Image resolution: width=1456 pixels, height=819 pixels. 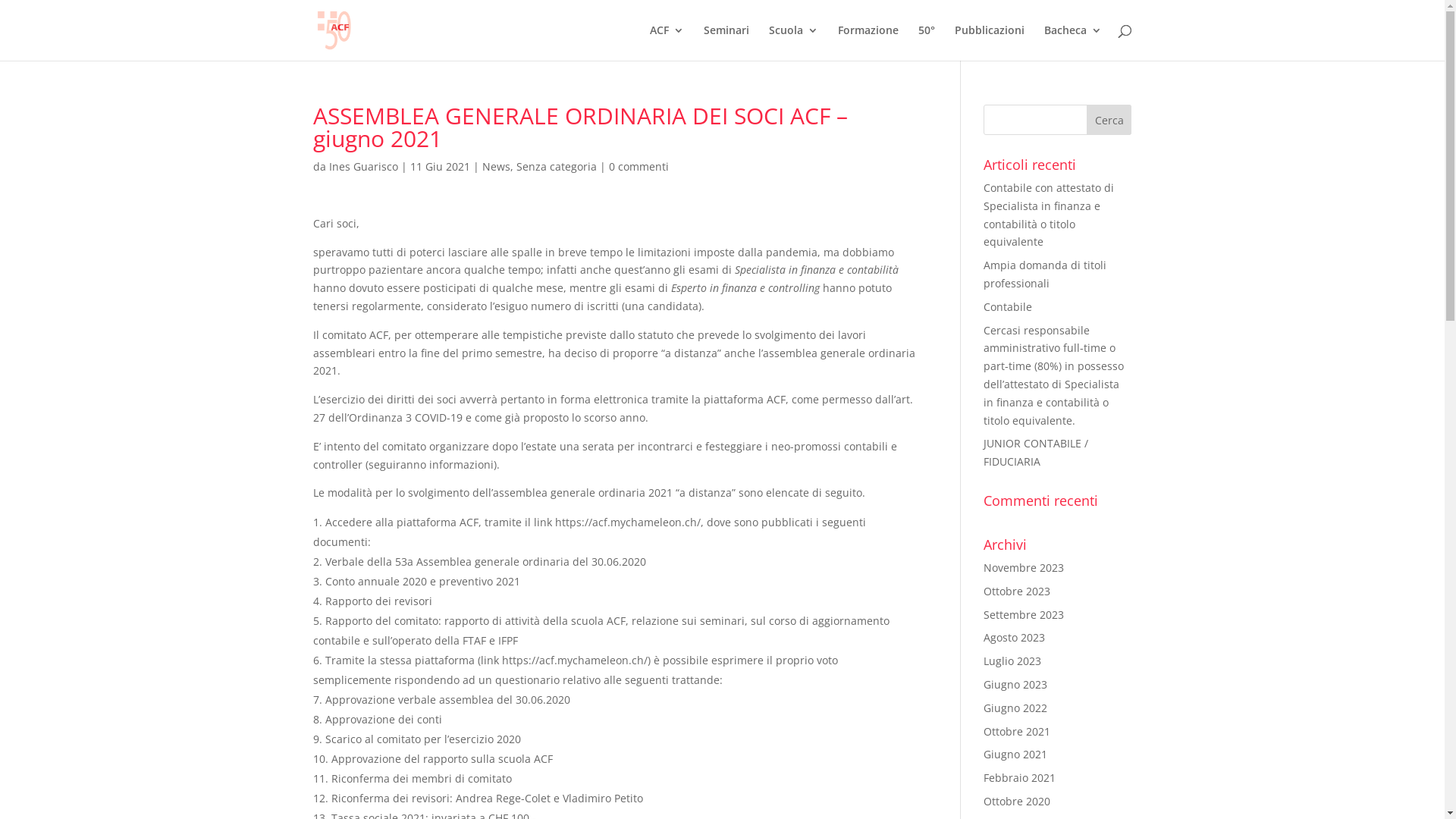 I want to click on 'Ottobre 2020', so click(x=1016, y=800).